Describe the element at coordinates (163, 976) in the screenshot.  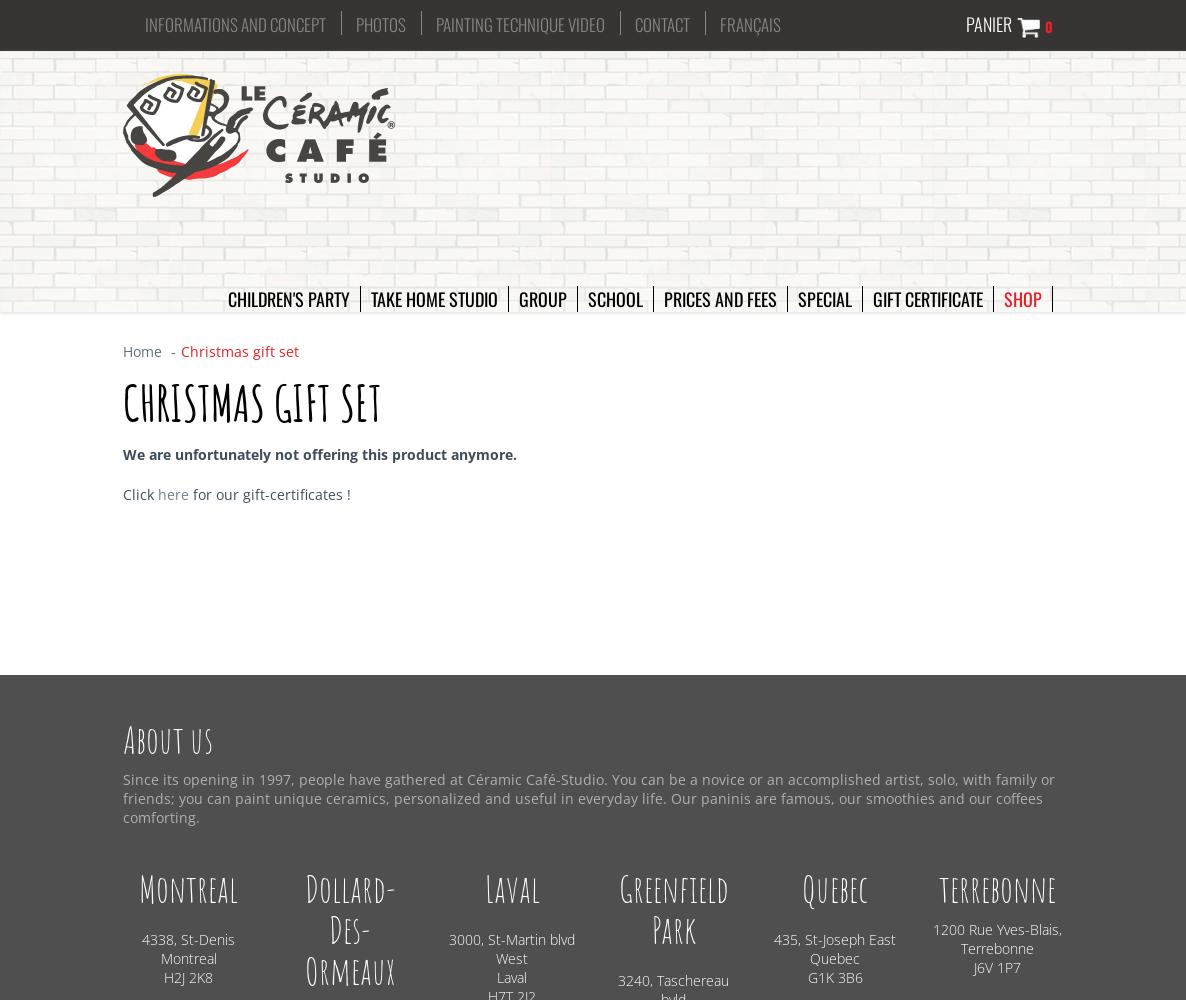
I see `'H2J 2K8'` at that location.